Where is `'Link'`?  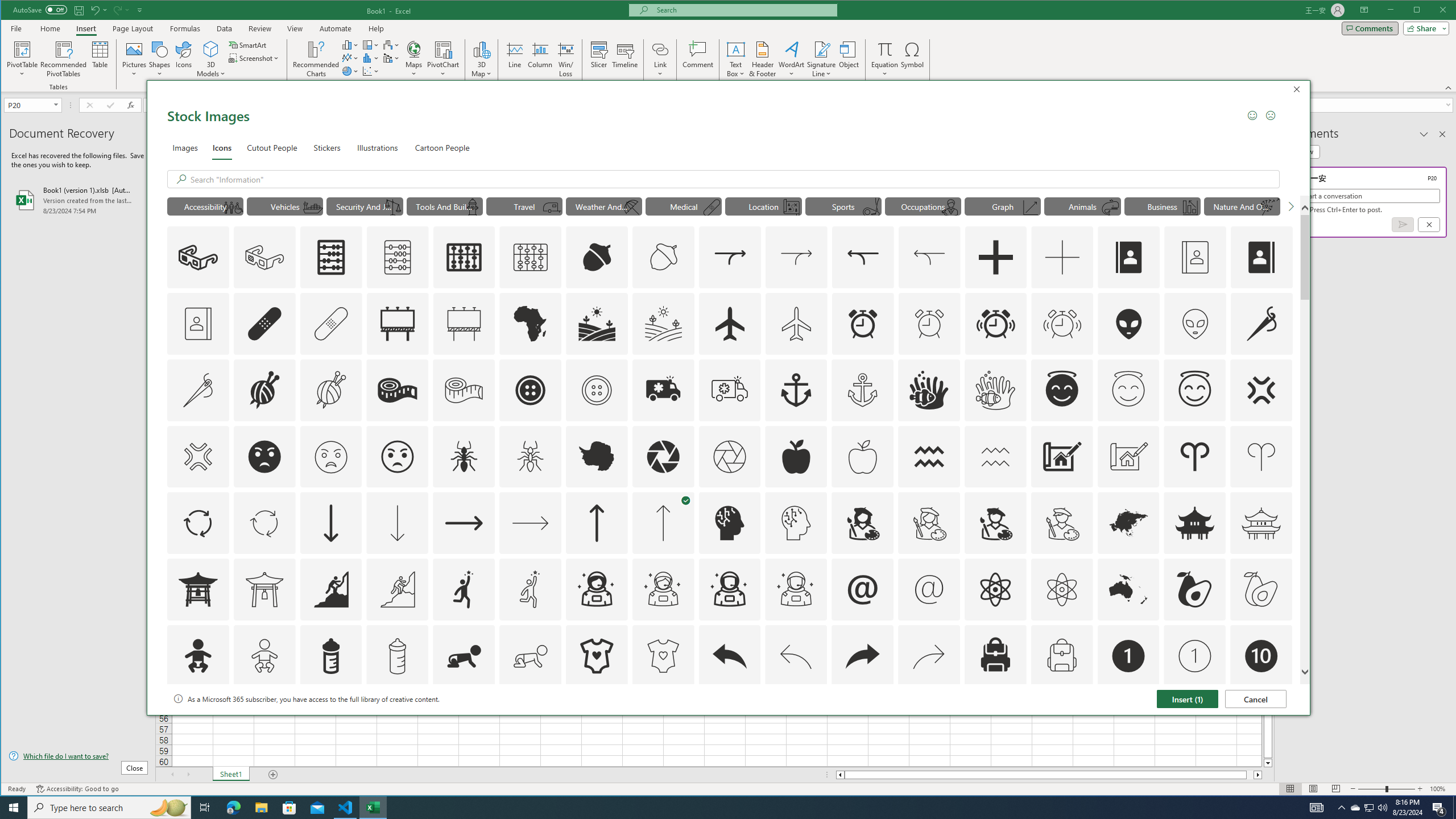 'Link' is located at coordinates (659, 48).